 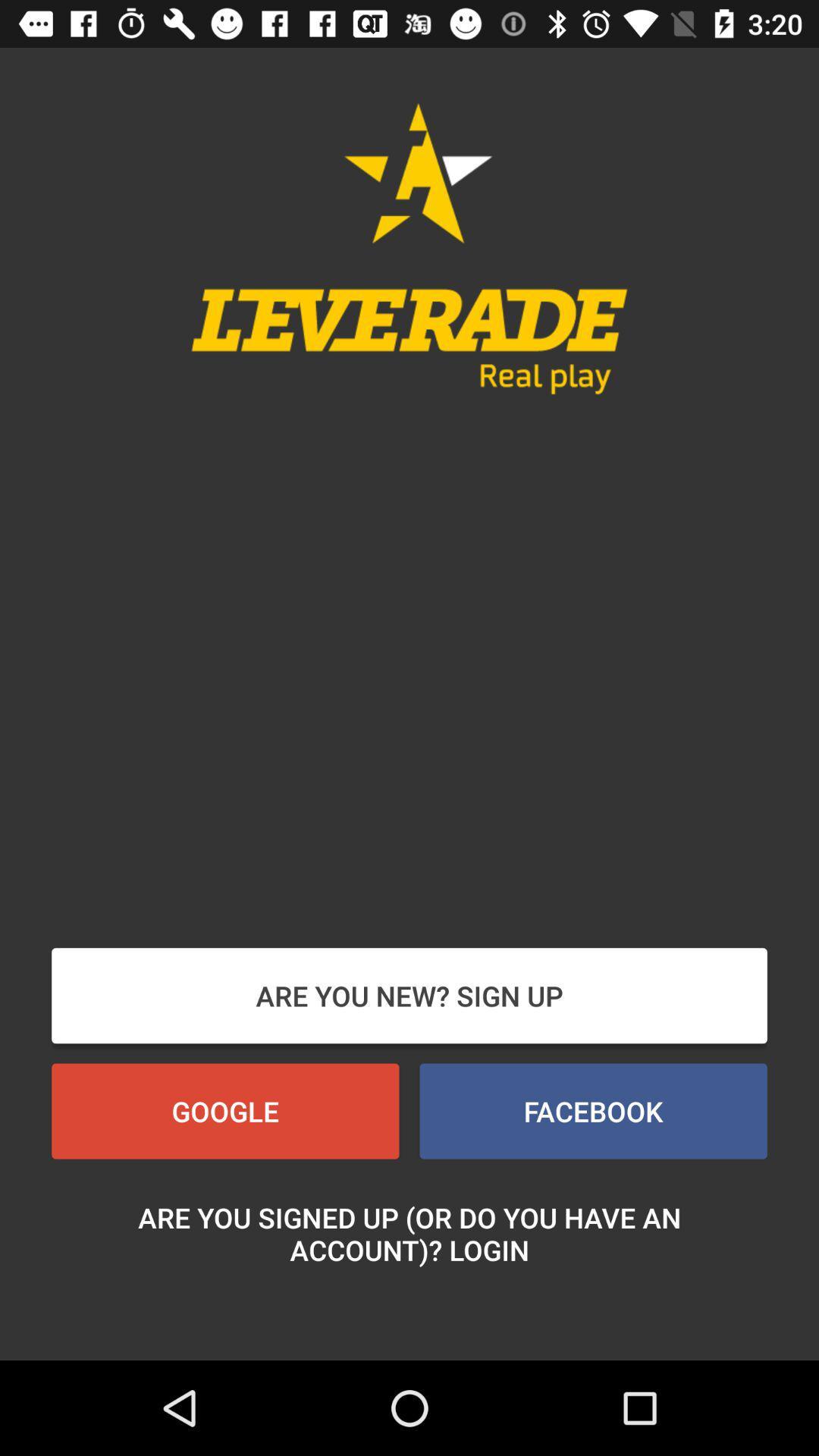 I want to click on icon next to the google item, so click(x=592, y=1111).